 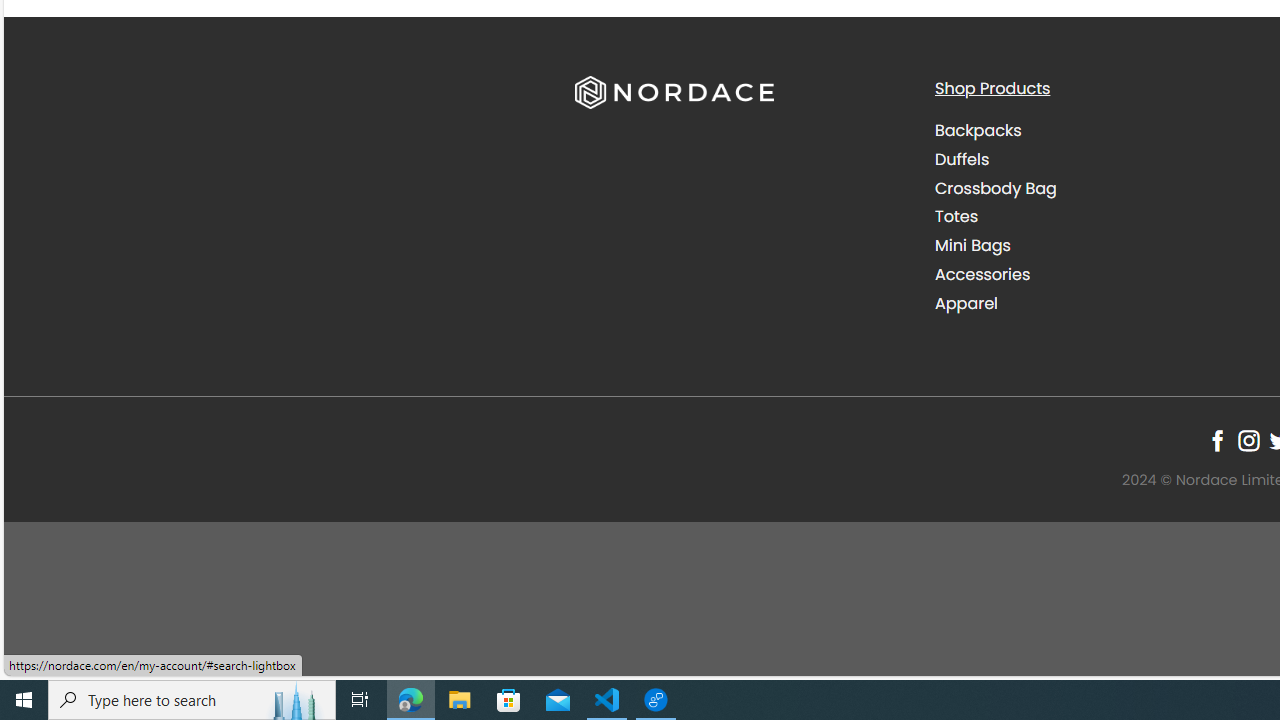 I want to click on 'Mini Bags', so click(x=972, y=244).